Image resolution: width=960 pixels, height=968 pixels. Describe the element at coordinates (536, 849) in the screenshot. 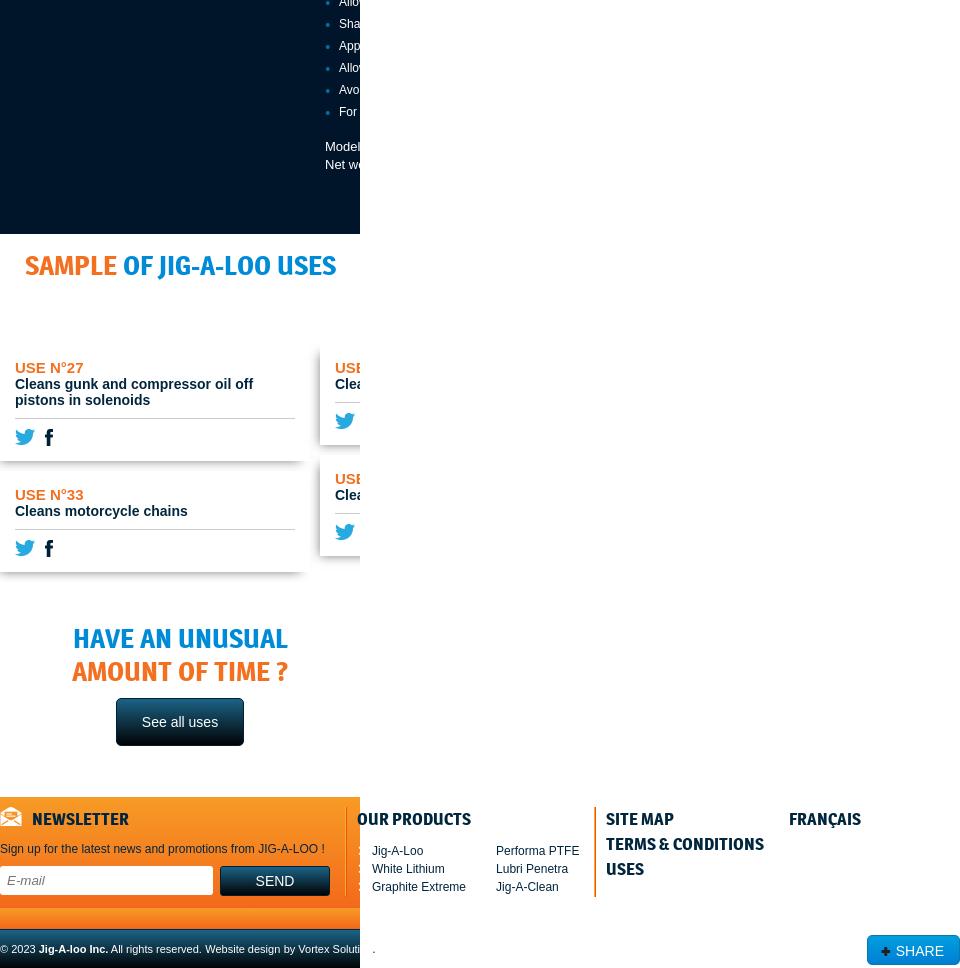

I see `'Performa PTFE'` at that location.